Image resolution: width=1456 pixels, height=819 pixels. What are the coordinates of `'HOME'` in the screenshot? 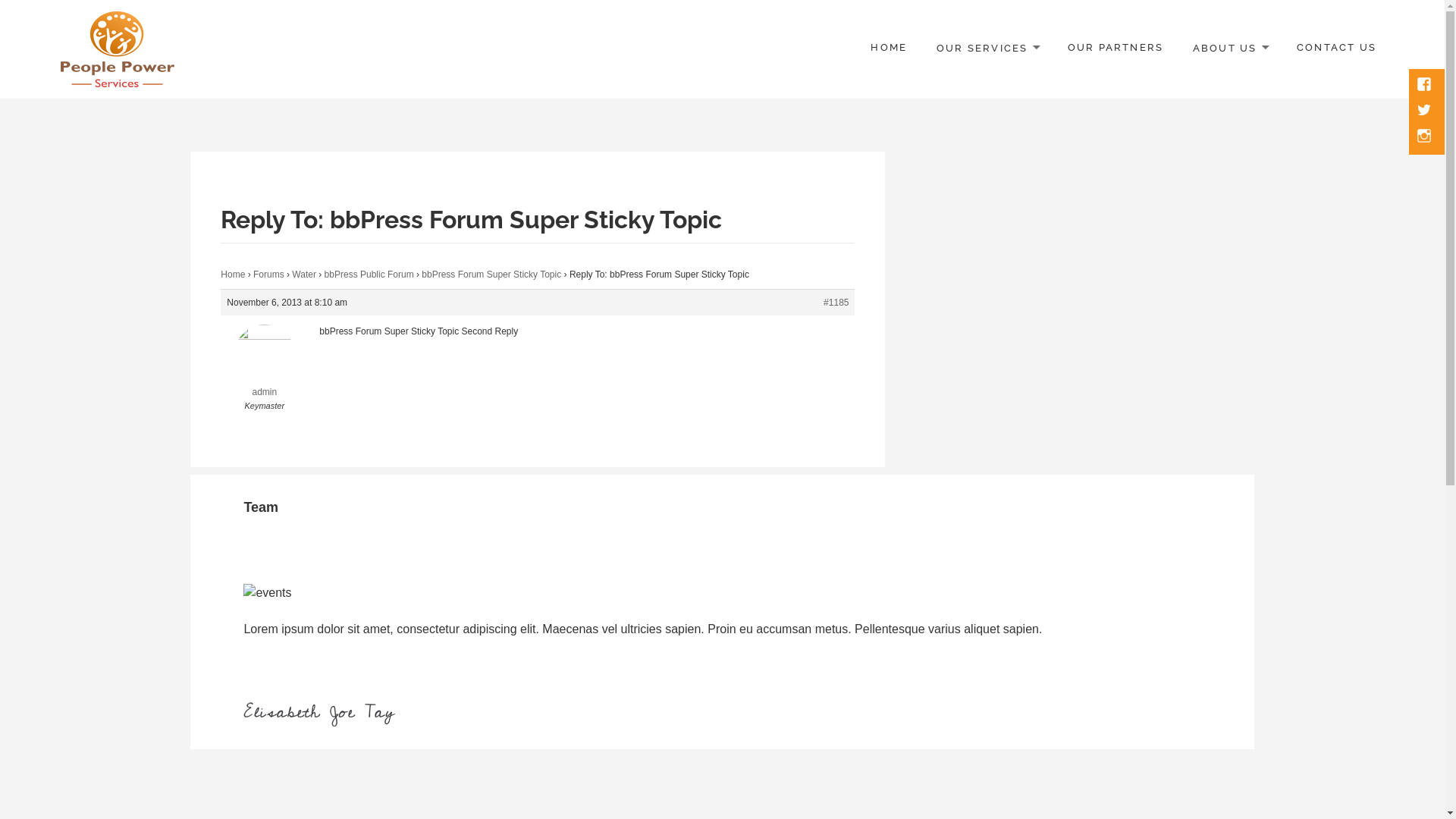 It's located at (888, 48).